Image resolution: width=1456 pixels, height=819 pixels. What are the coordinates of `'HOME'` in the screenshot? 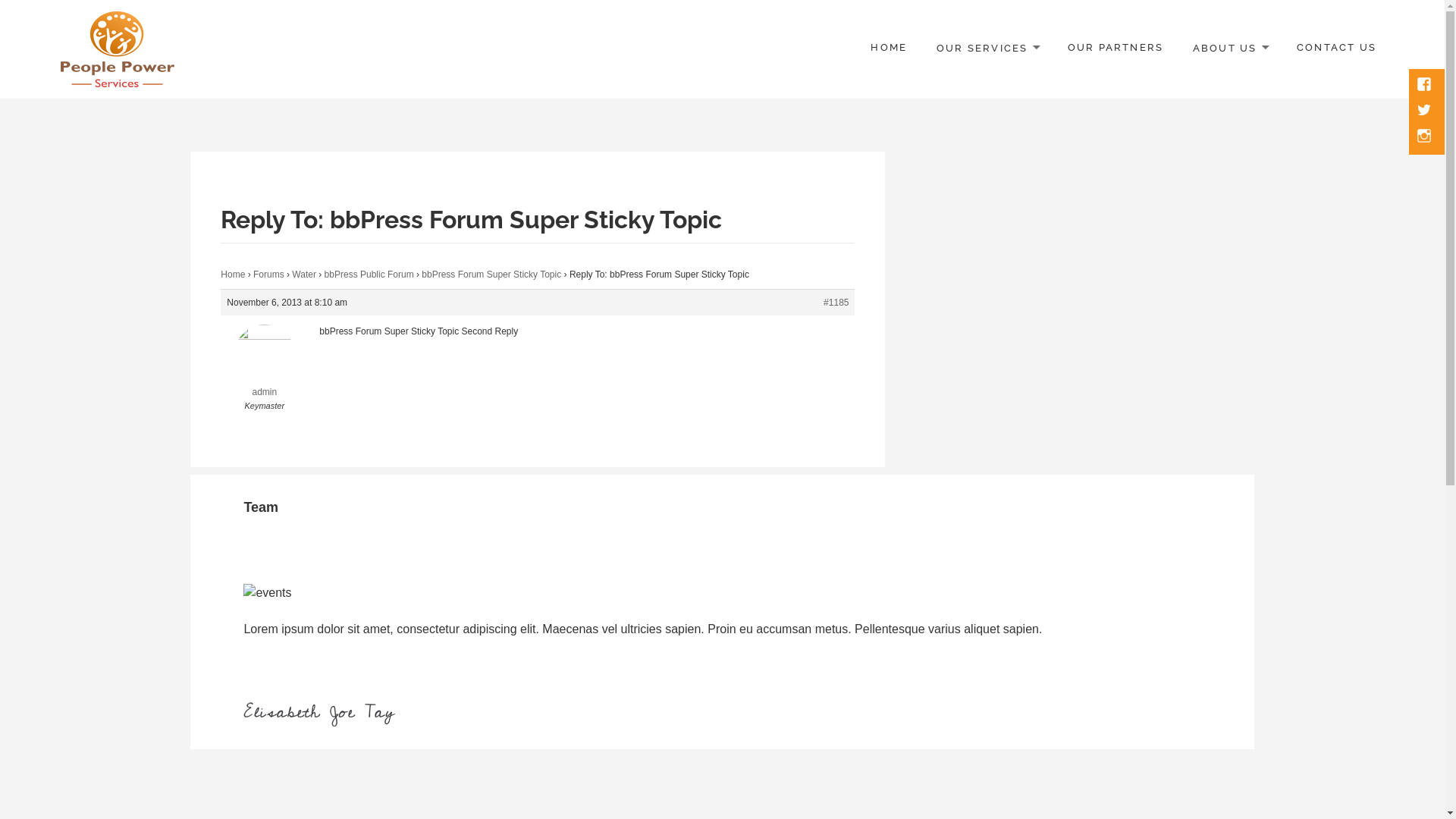 It's located at (888, 48).